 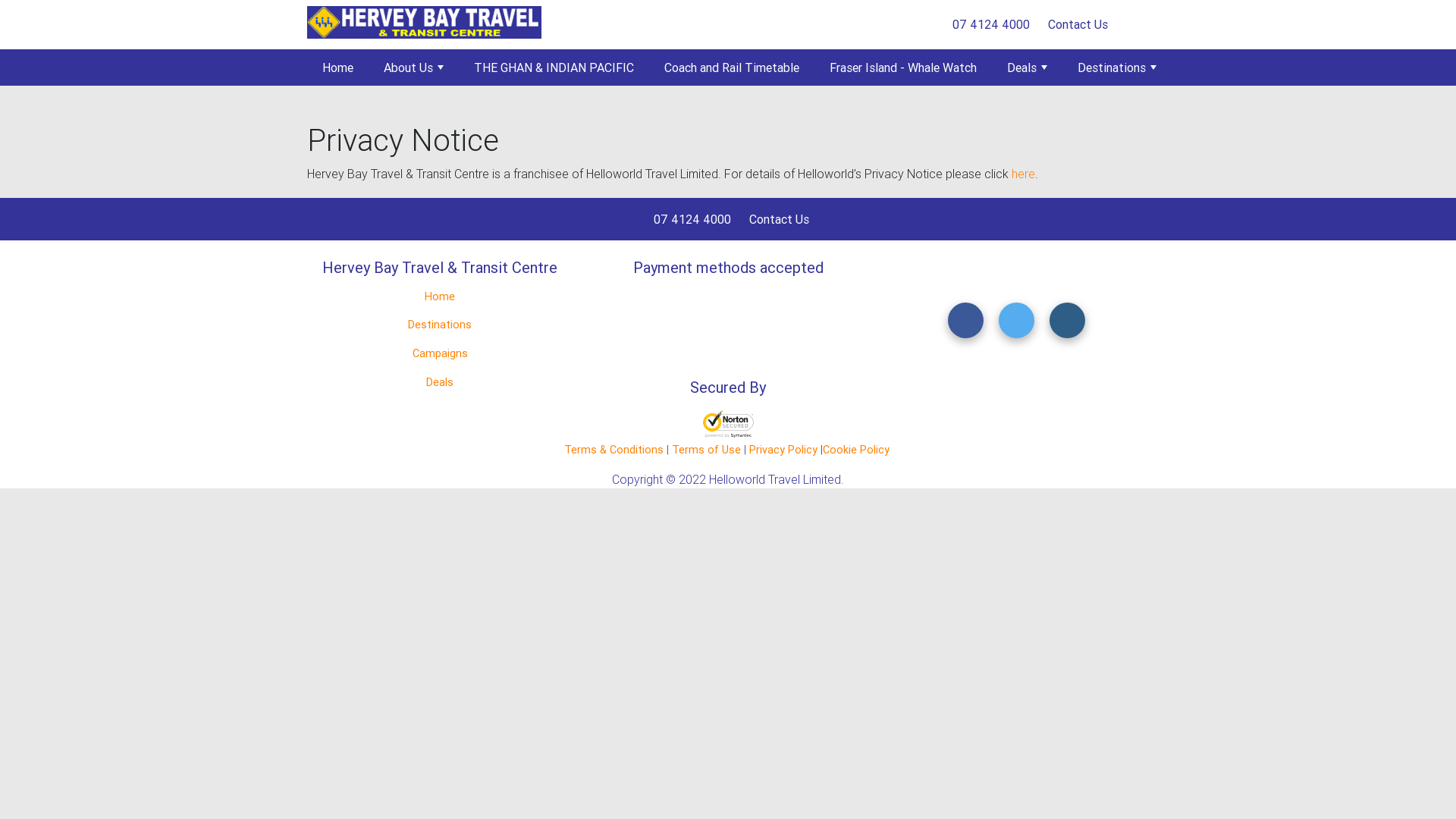 I want to click on 'Coach and Rail Timetable', so click(x=648, y=66).